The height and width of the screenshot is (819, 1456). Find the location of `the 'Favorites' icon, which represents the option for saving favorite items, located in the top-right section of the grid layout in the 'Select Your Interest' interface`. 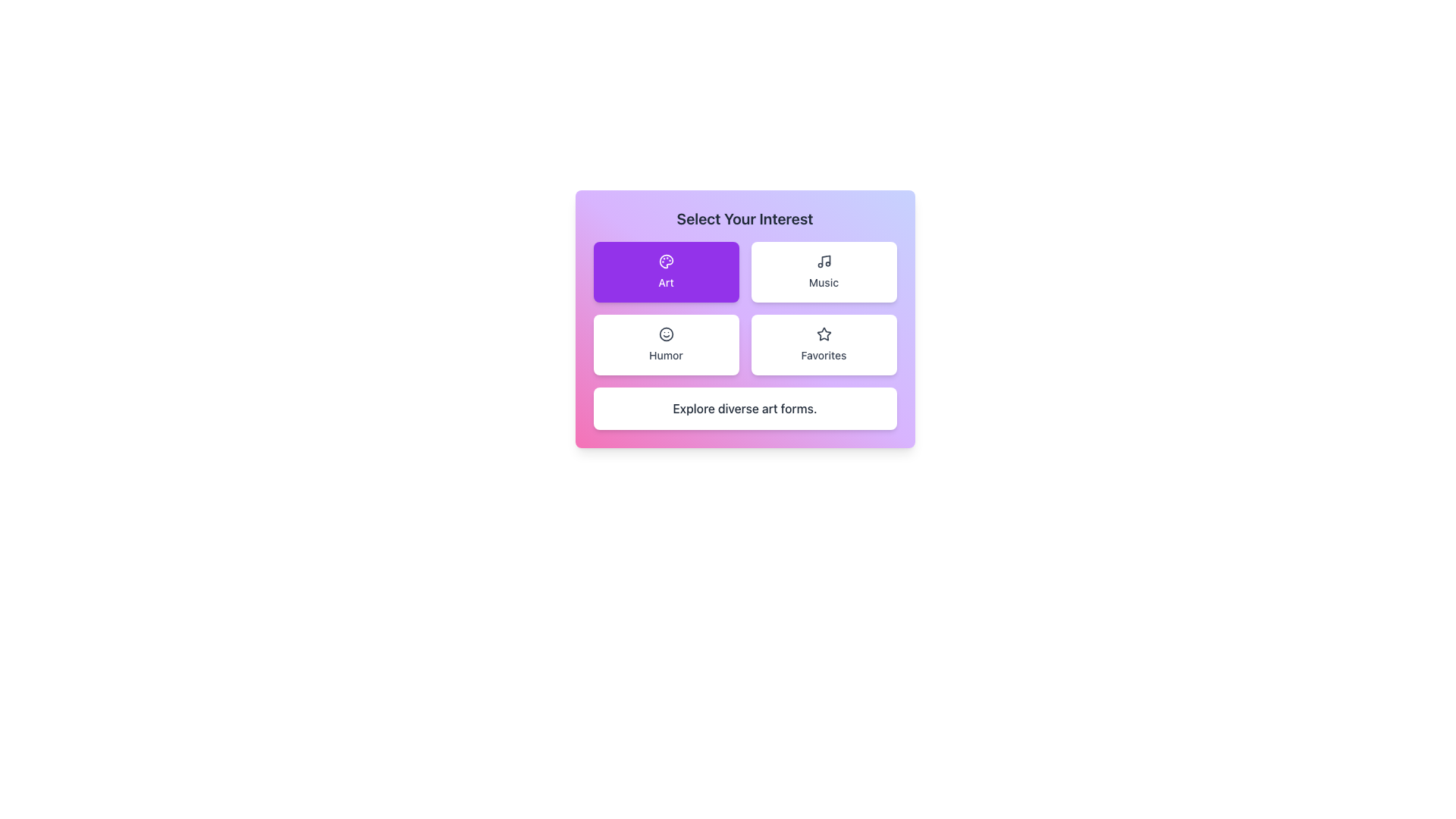

the 'Favorites' icon, which represents the option for saving favorite items, located in the top-right section of the grid layout in the 'Select Your Interest' interface is located at coordinates (822, 332).